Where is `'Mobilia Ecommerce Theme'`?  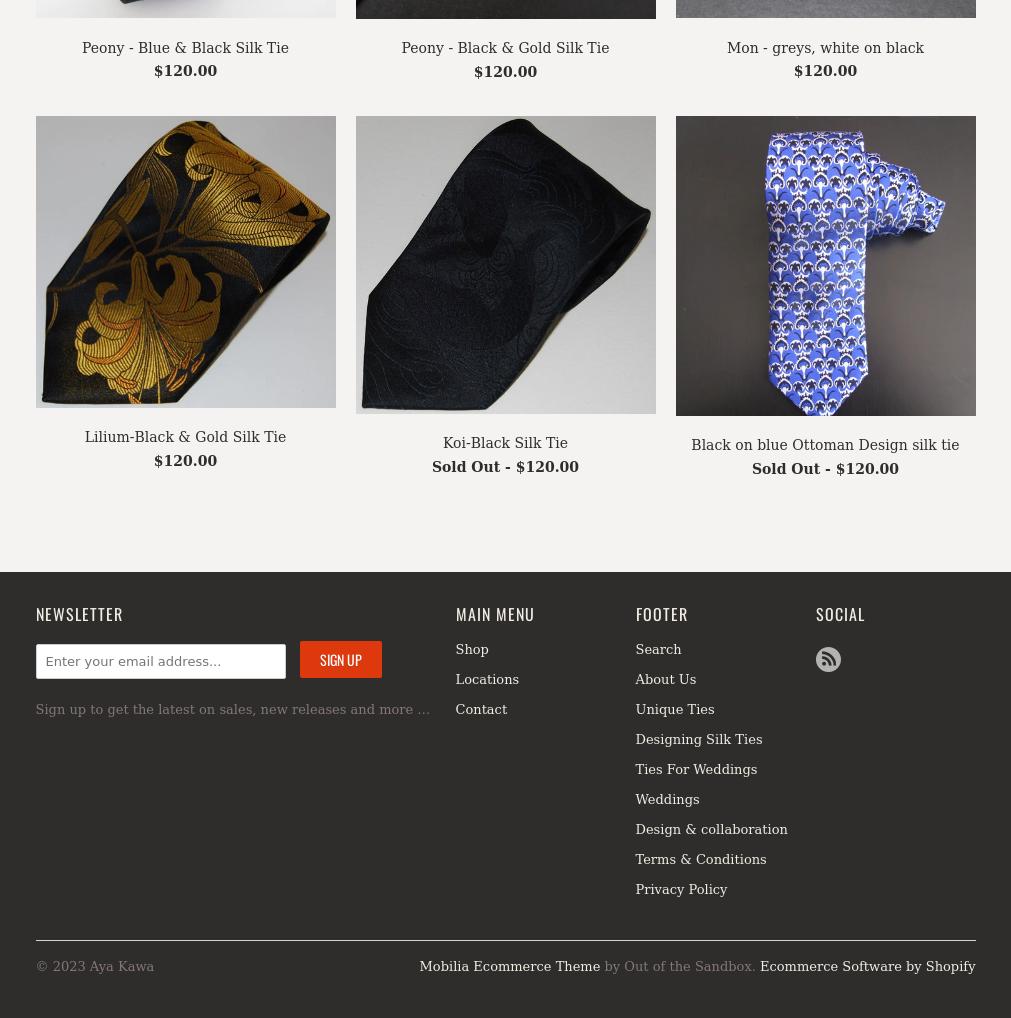
'Mobilia Ecommerce Theme' is located at coordinates (417, 964).